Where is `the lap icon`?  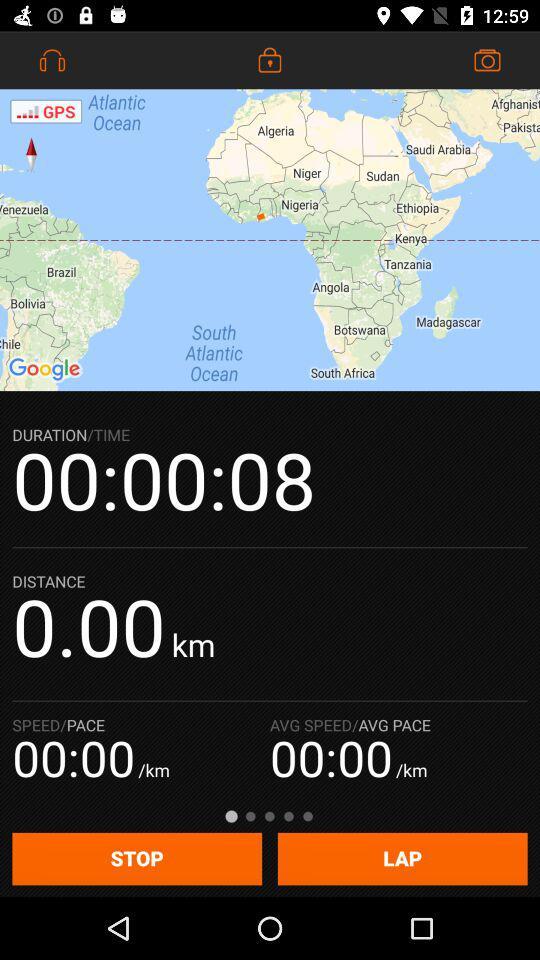 the lap icon is located at coordinates (402, 858).